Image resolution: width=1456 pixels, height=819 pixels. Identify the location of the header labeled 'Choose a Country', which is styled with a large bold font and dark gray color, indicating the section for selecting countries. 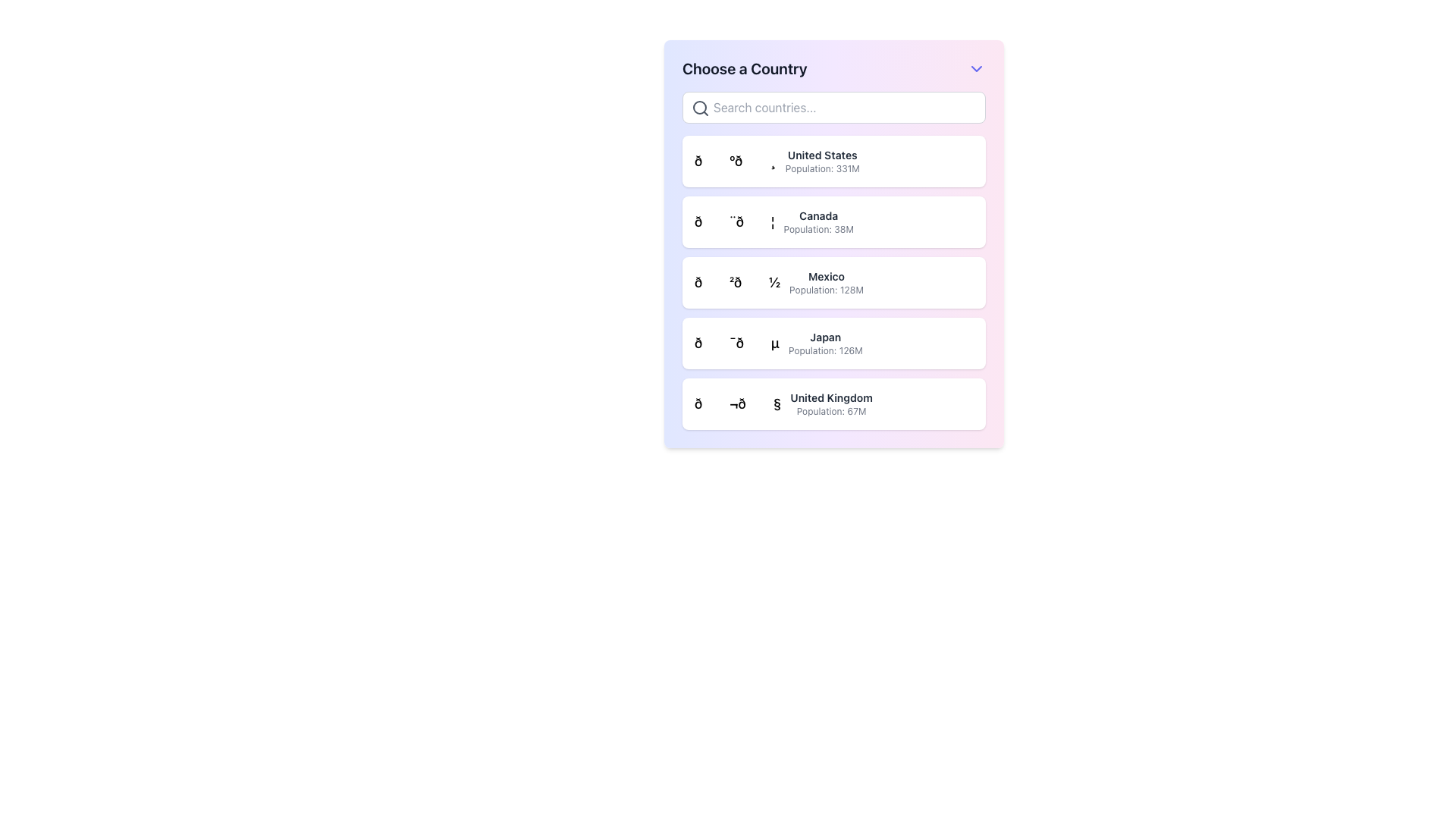
(745, 69).